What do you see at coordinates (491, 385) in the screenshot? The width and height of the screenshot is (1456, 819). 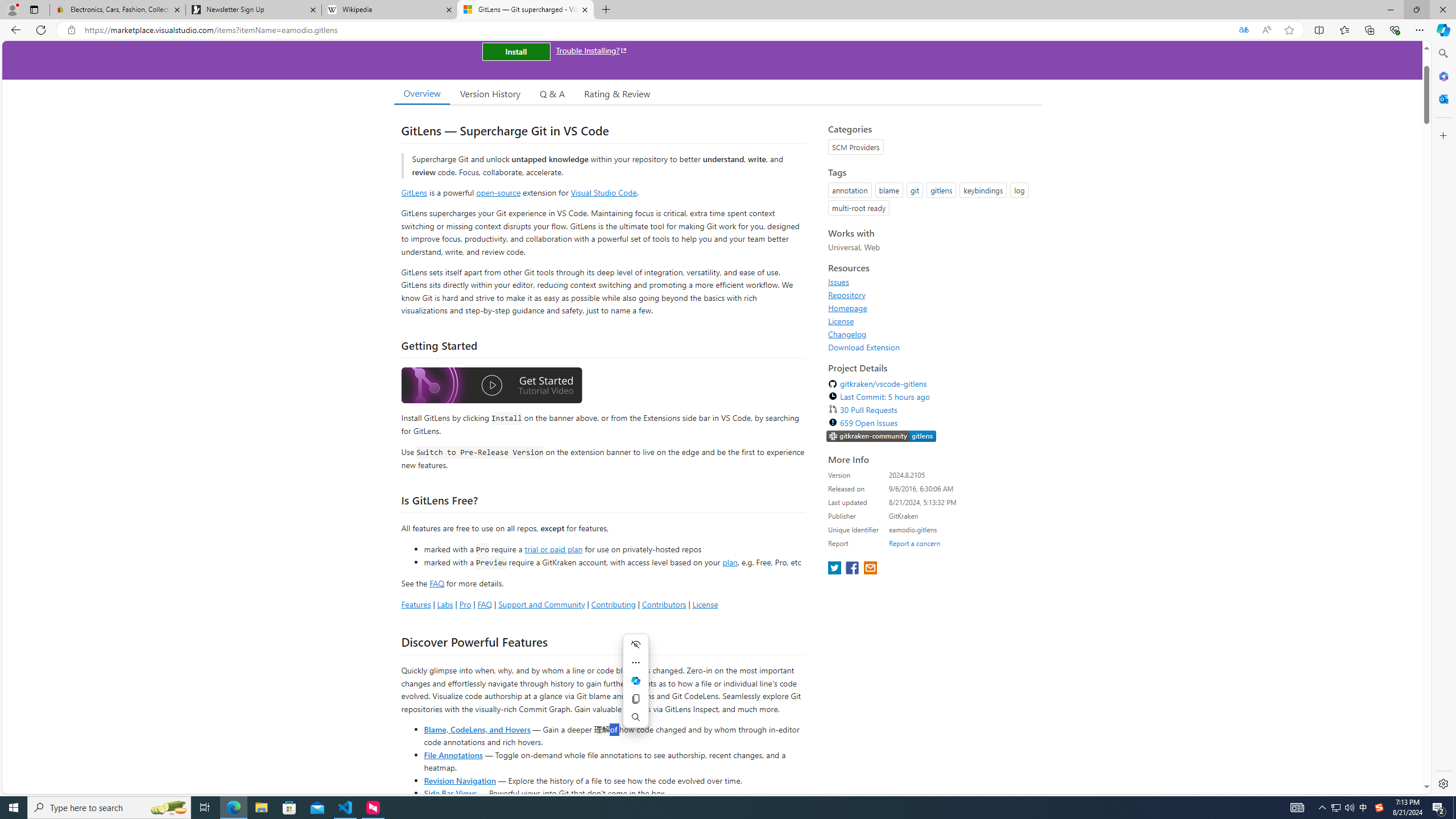 I see `'Watch the GitLens Getting Started video'` at bounding box center [491, 385].